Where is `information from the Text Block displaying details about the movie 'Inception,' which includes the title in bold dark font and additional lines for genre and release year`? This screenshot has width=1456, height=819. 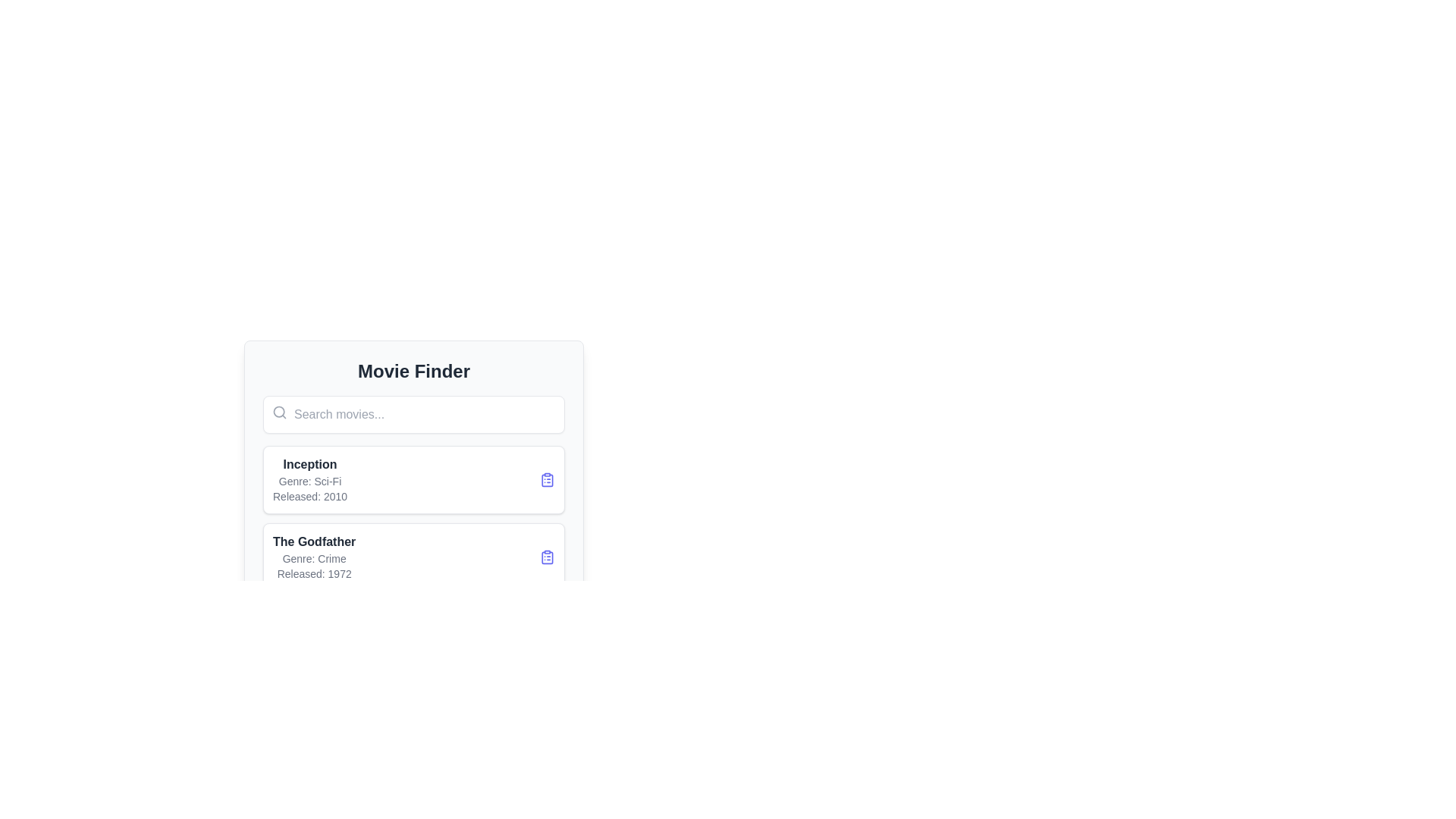 information from the Text Block displaying details about the movie 'Inception,' which includes the title in bold dark font and additional lines for genre and release year is located at coordinates (309, 479).